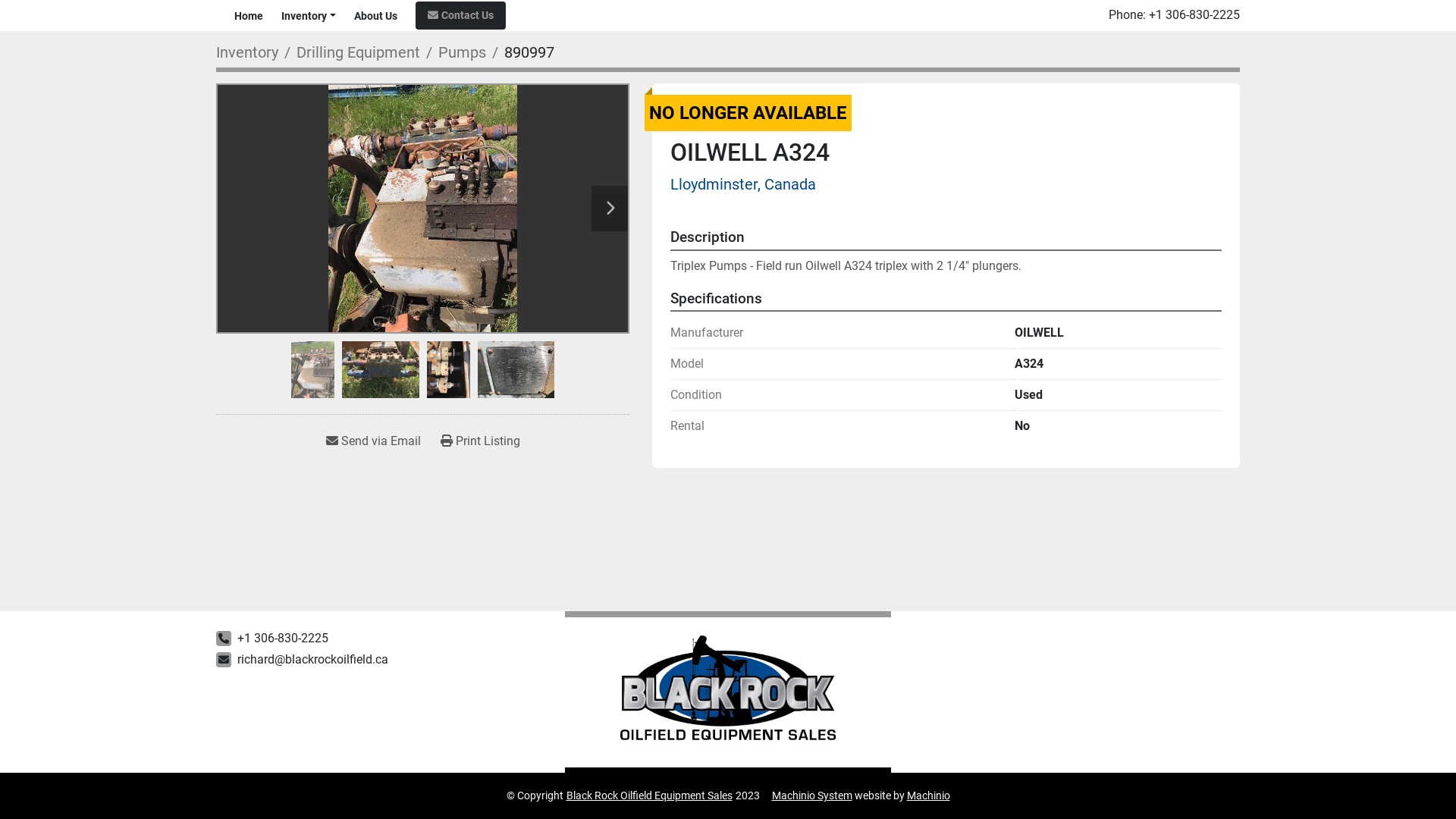  What do you see at coordinates (312, 659) in the screenshot?
I see `'richard@blackrockoilfield.ca'` at bounding box center [312, 659].